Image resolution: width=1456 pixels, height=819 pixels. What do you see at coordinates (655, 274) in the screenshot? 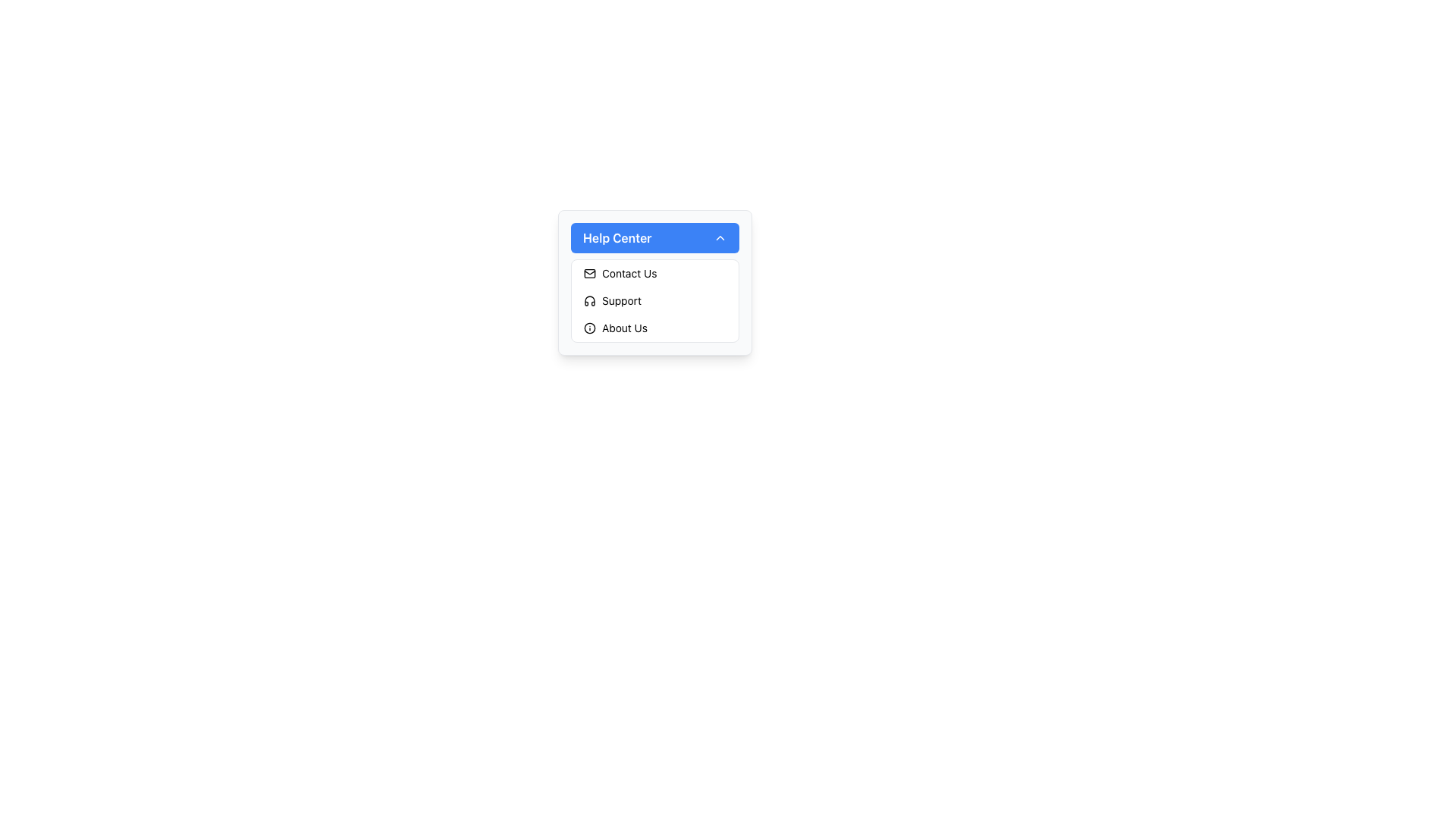
I see `the 'Contact' button located directly below the 'Help Center' title in the vertical menu` at bounding box center [655, 274].